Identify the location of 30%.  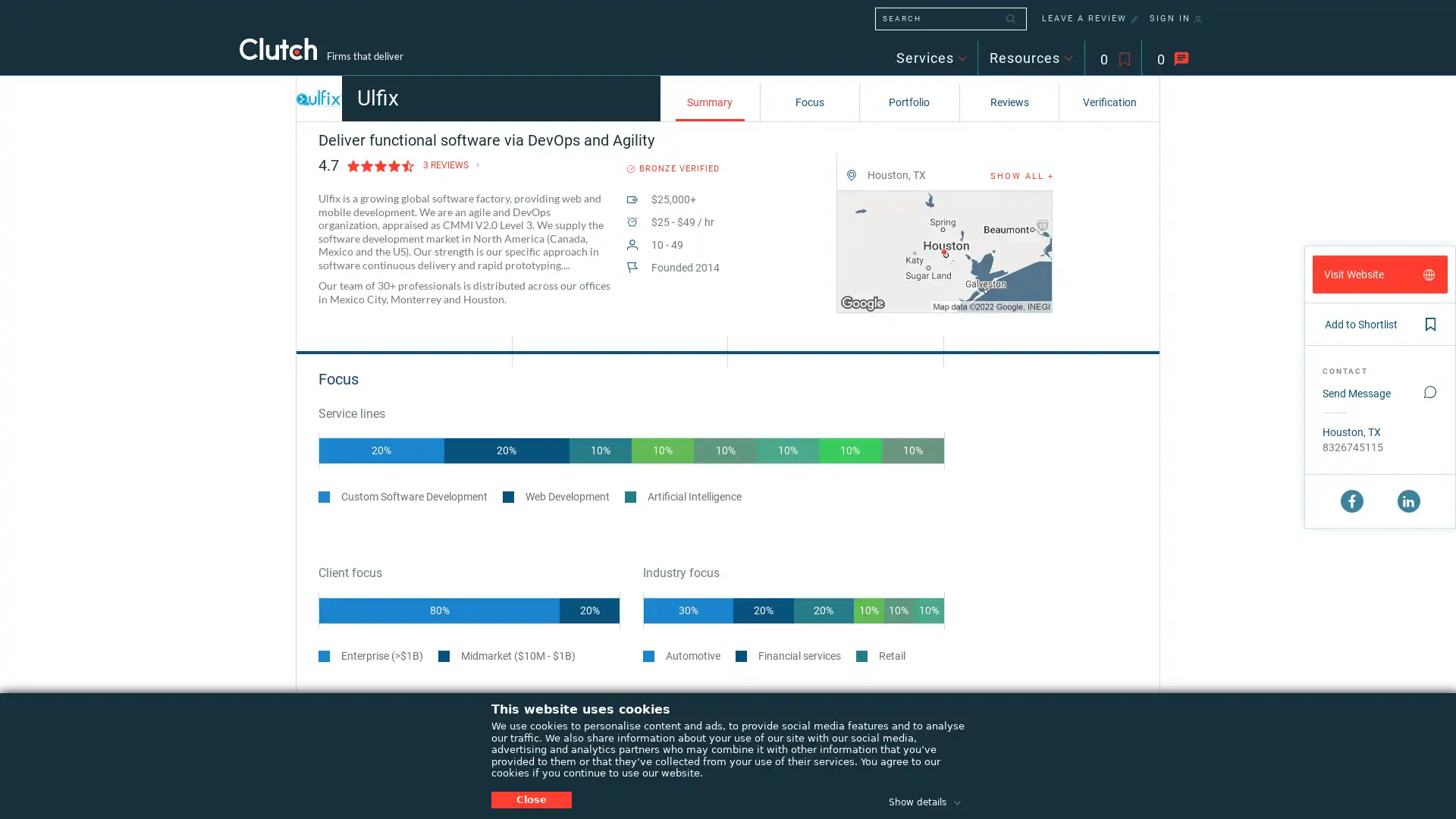
(687, 609).